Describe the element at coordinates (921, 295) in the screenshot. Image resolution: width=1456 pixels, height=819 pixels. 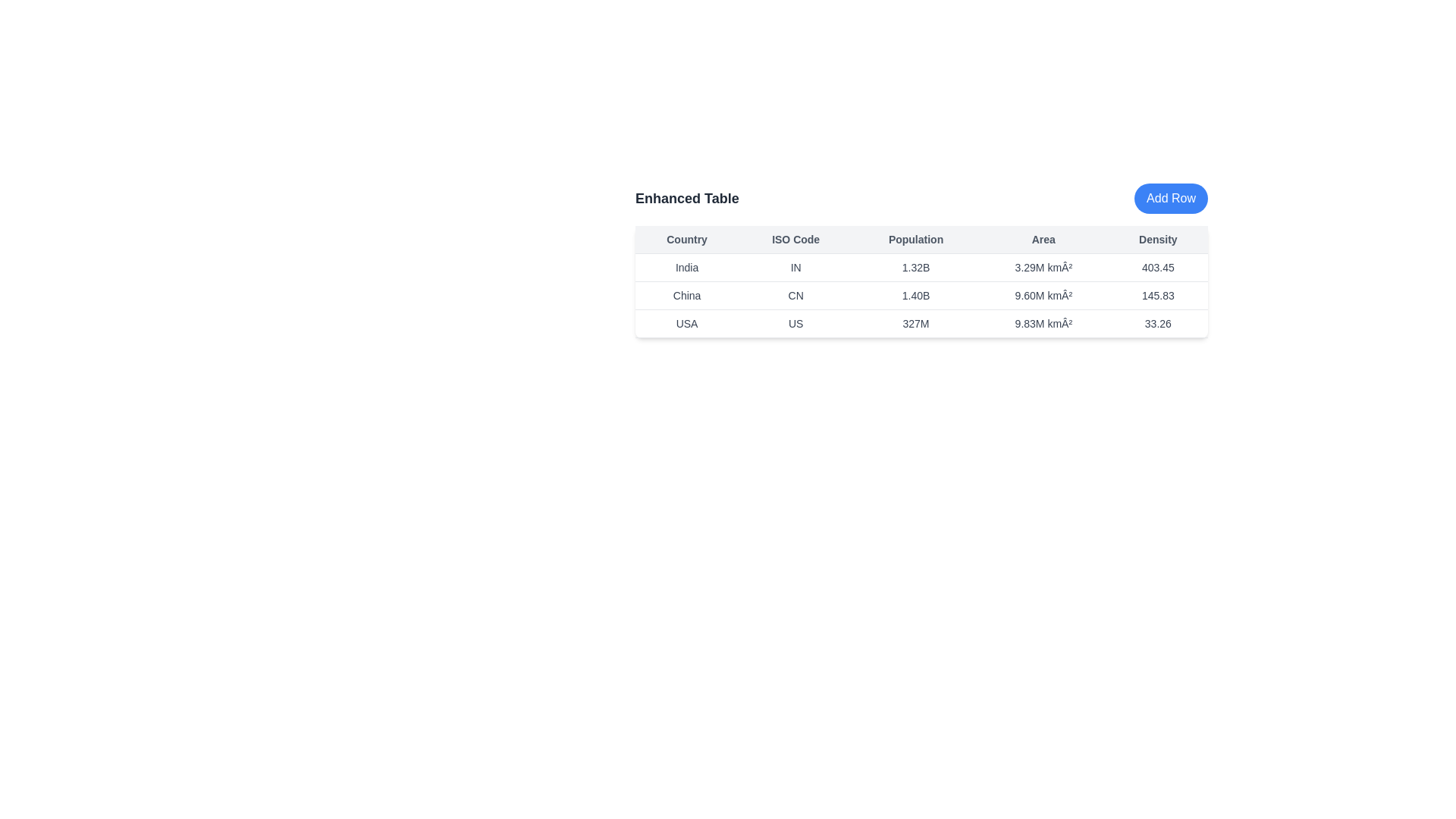
I see `the second data row in the 'Enhanced Table' that provides statistical information about China, located between the rows for 'India' and 'USA'` at that location.